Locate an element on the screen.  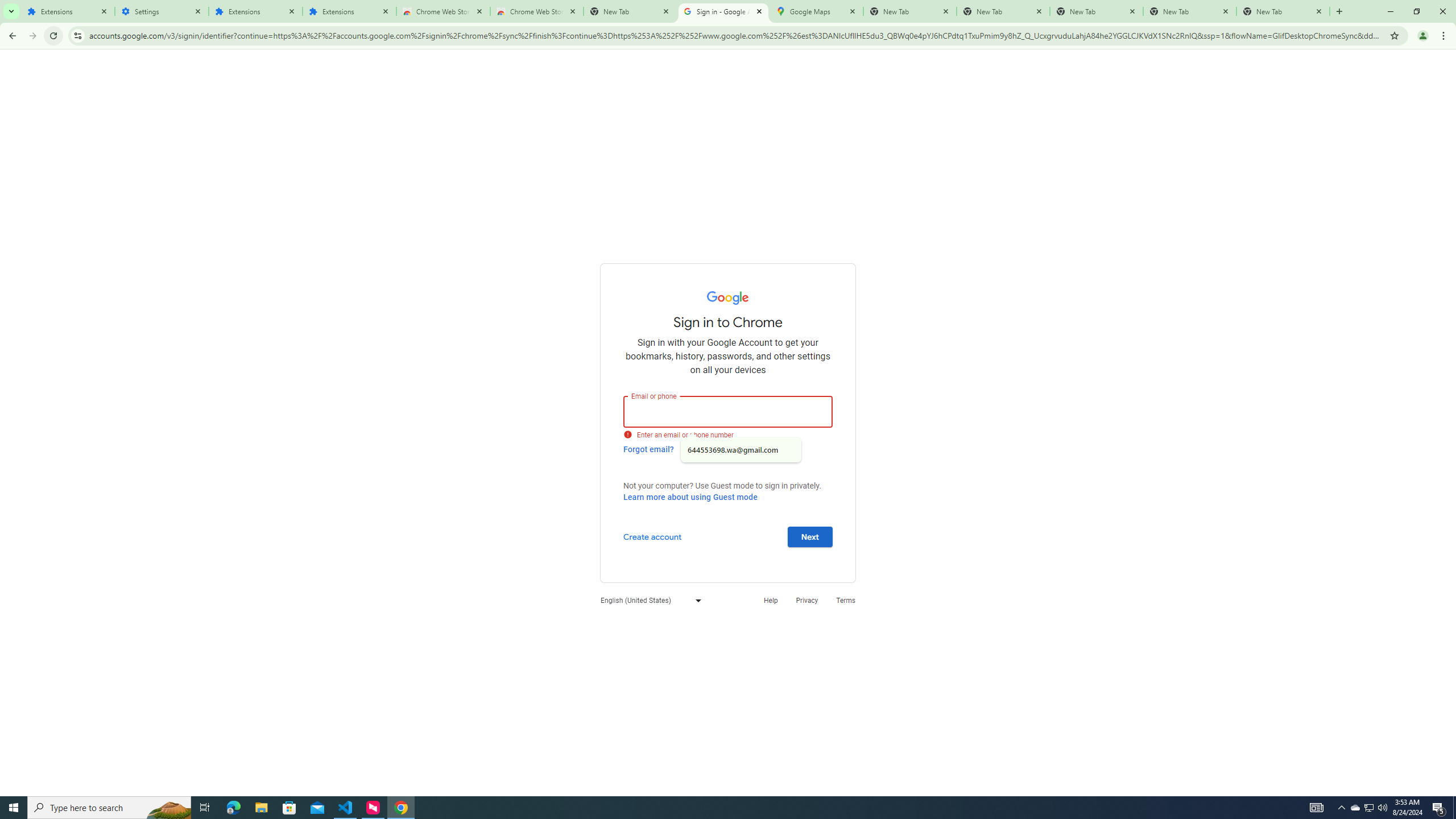
'Learn more about using Guest mode' is located at coordinates (689, 497).